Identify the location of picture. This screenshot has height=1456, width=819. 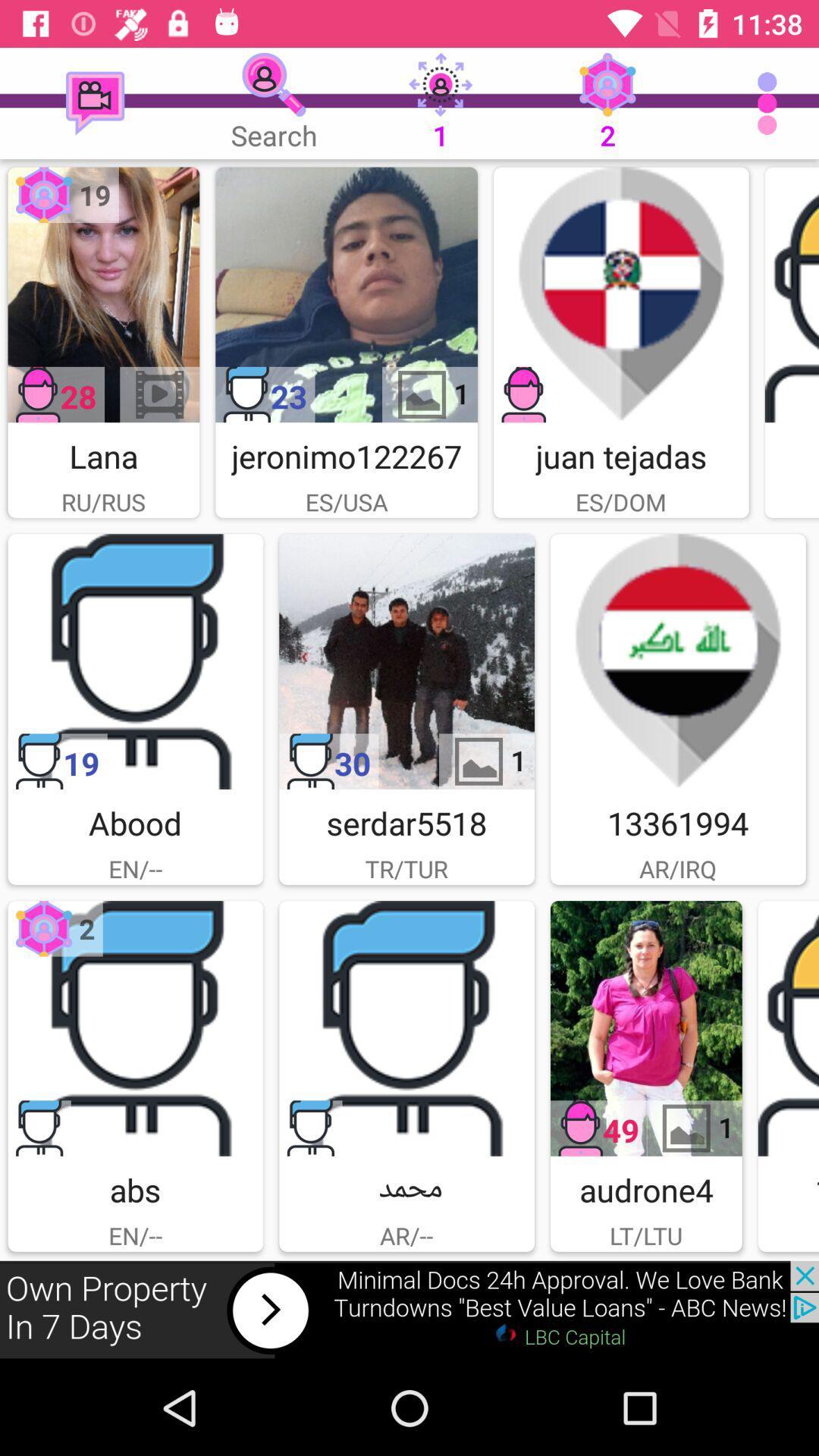
(646, 1028).